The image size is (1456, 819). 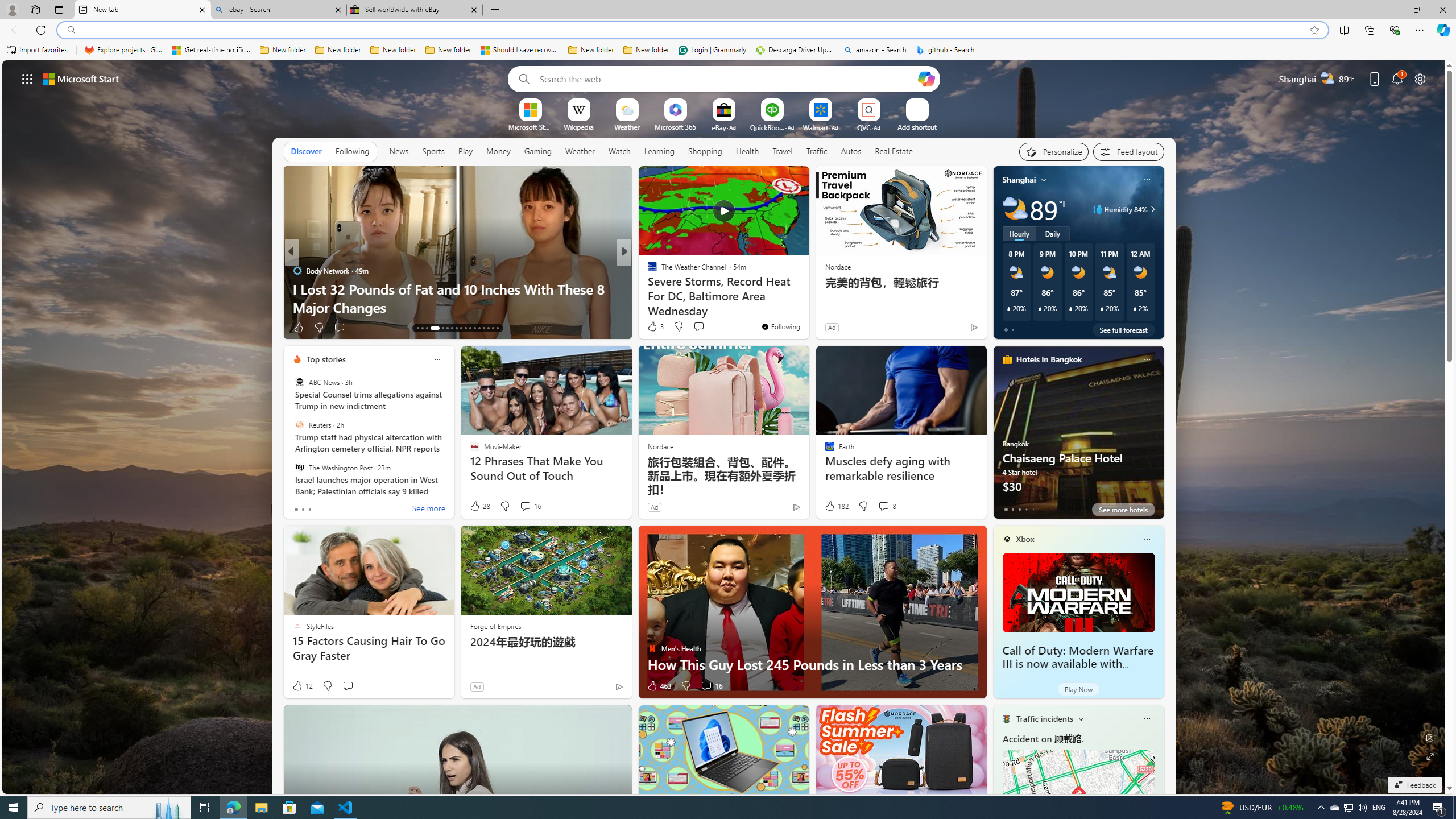 What do you see at coordinates (433, 150) in the screenshot?
I see `'Sports'` at bounding box center [433, 150].